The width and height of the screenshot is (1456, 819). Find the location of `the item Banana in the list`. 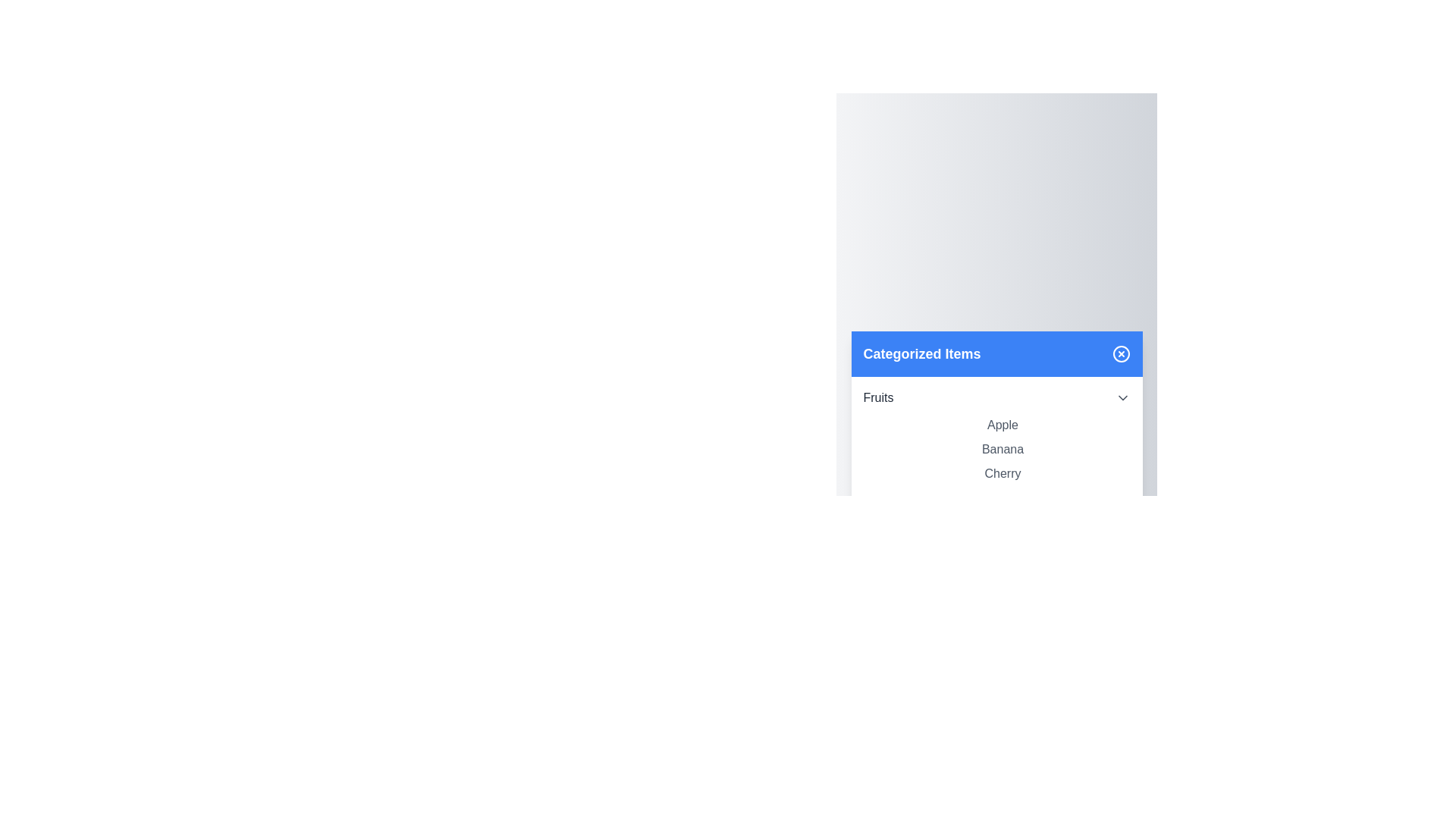

the item Banana in the list is located at coordinates (1003, 448).